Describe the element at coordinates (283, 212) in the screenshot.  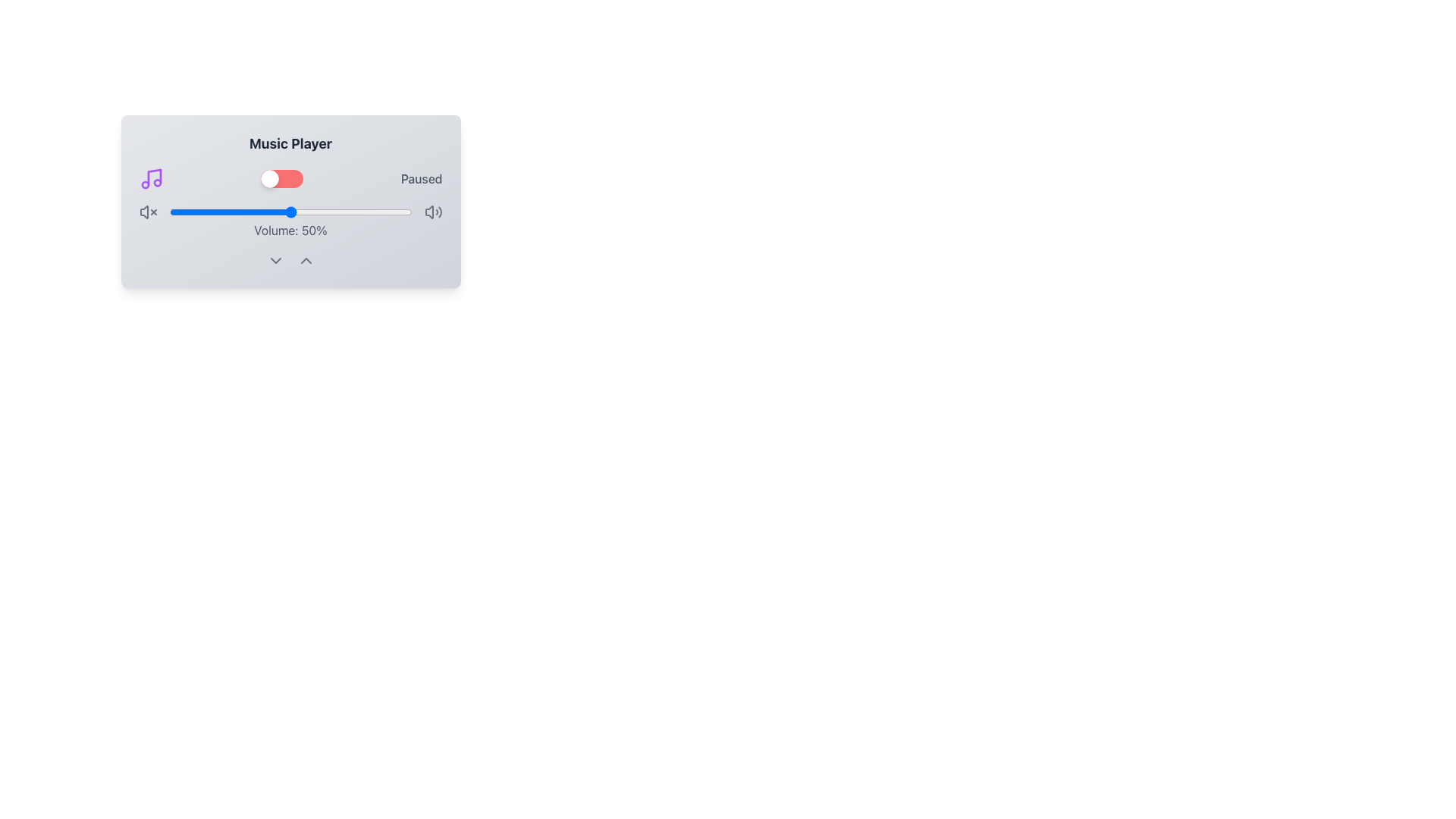
I see `volume` at that location.